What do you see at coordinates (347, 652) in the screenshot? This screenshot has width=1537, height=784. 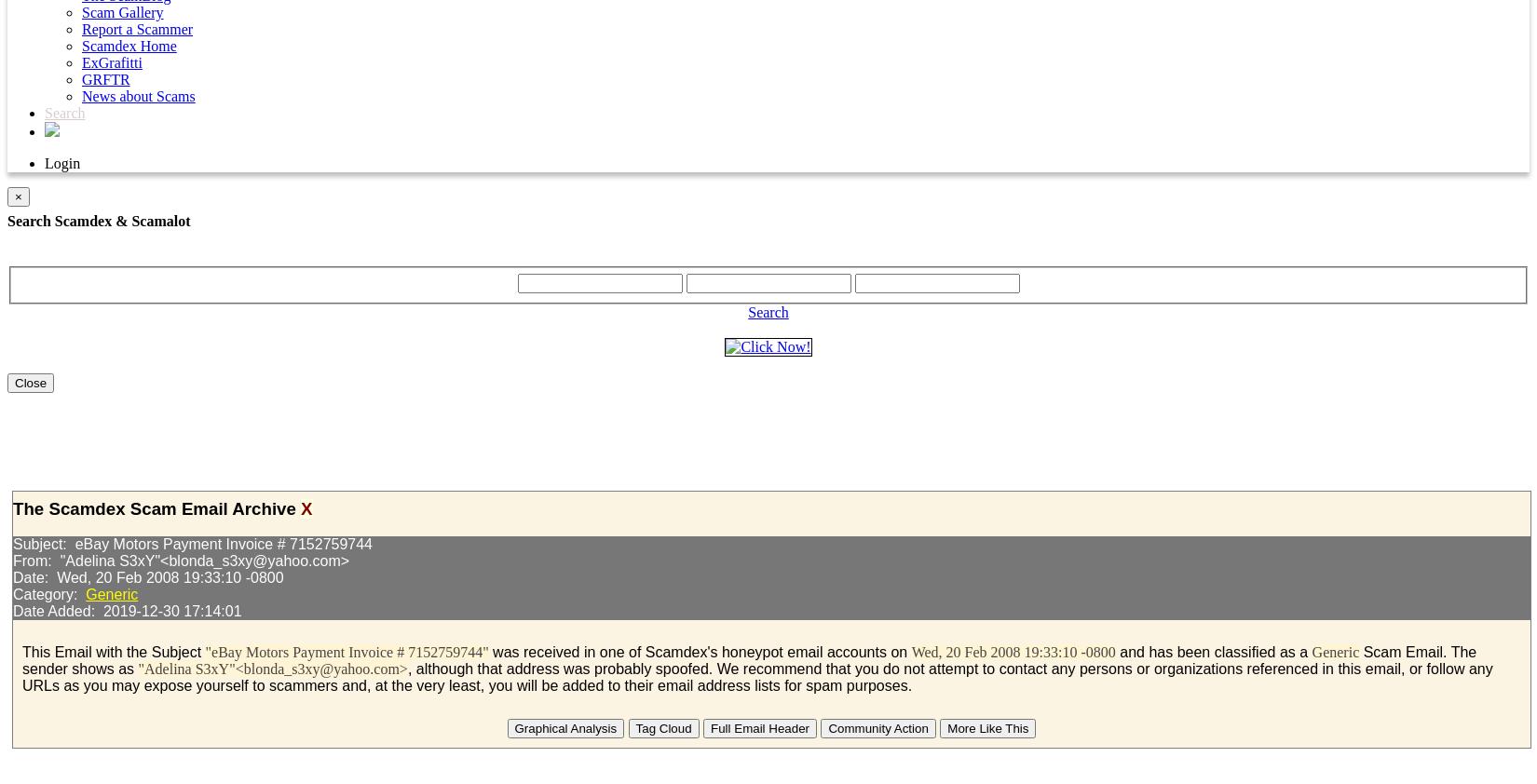 I see `'"eBay Motors Payment Invoice # 7152759744"'` at bounding box center [347, 652].